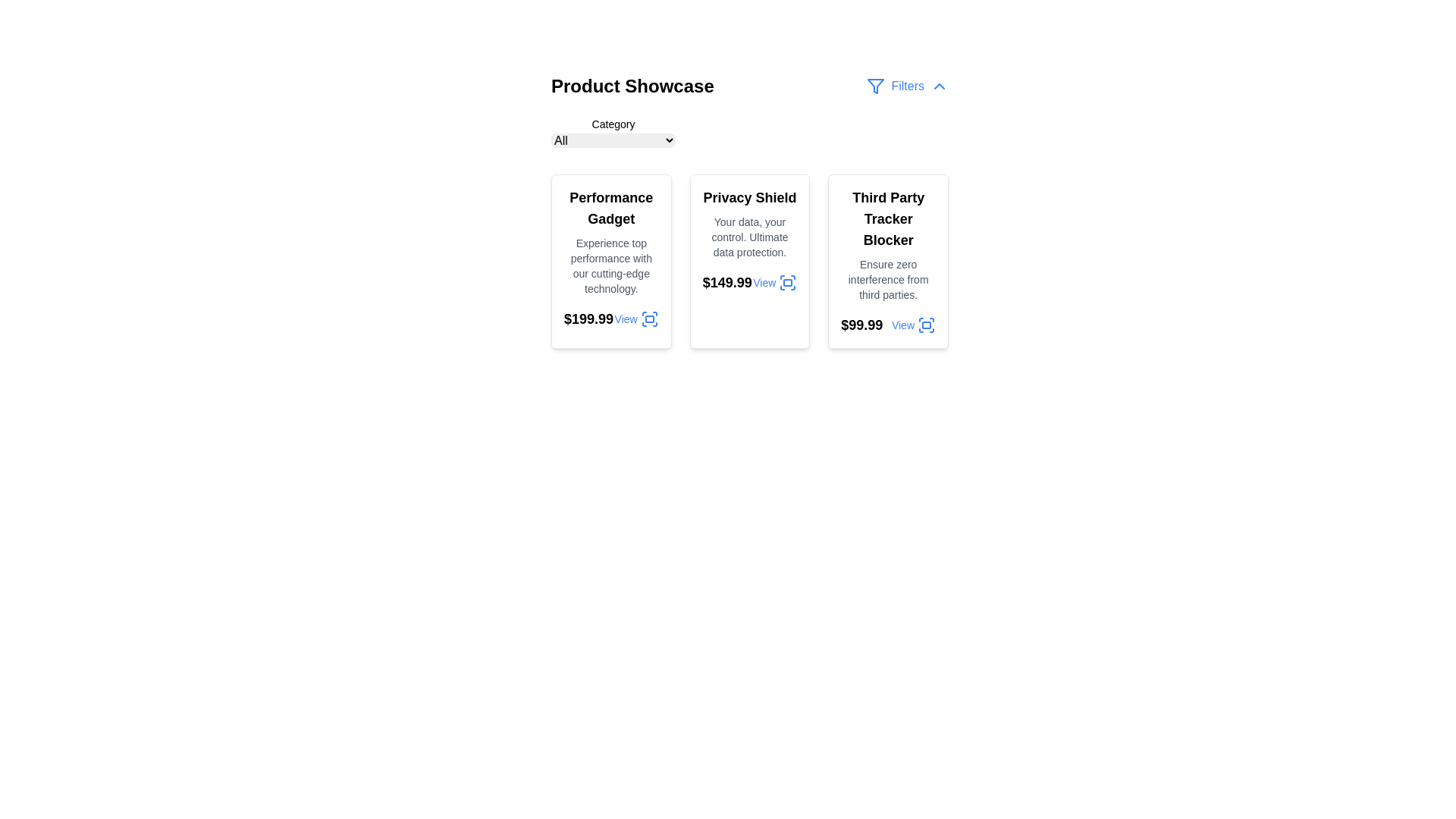 The height and width of the screenshot is (819, 1456). What do you see at coordinates (888, 324) in the screenshot?
I see `the interactive 'View' link which is part of the price Composite element that includes a bold '$99.99' text and a magnifying glass icon` at bounding box center [888, 324].